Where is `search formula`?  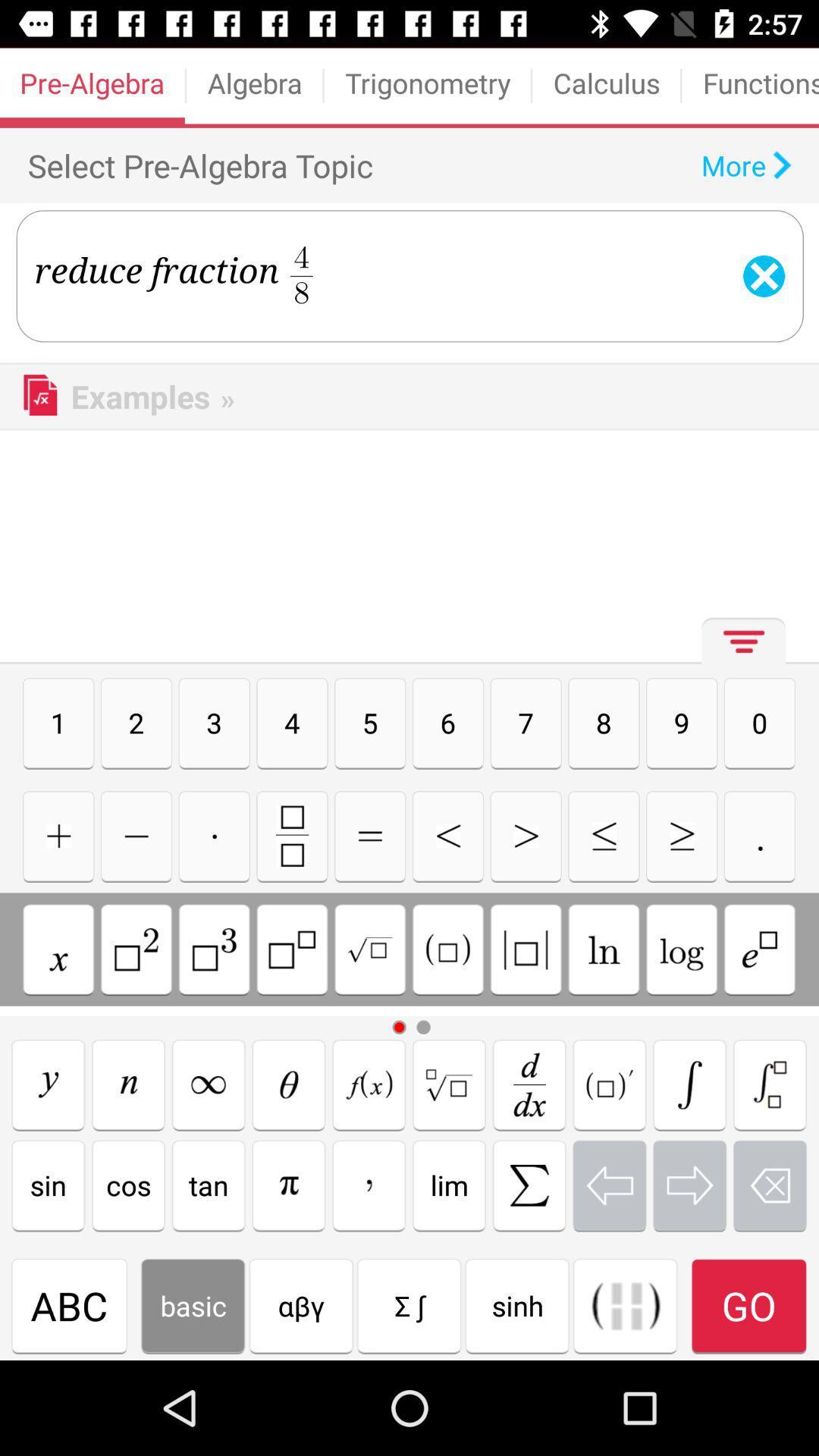 search formula is located at coordinates (529, 1084).